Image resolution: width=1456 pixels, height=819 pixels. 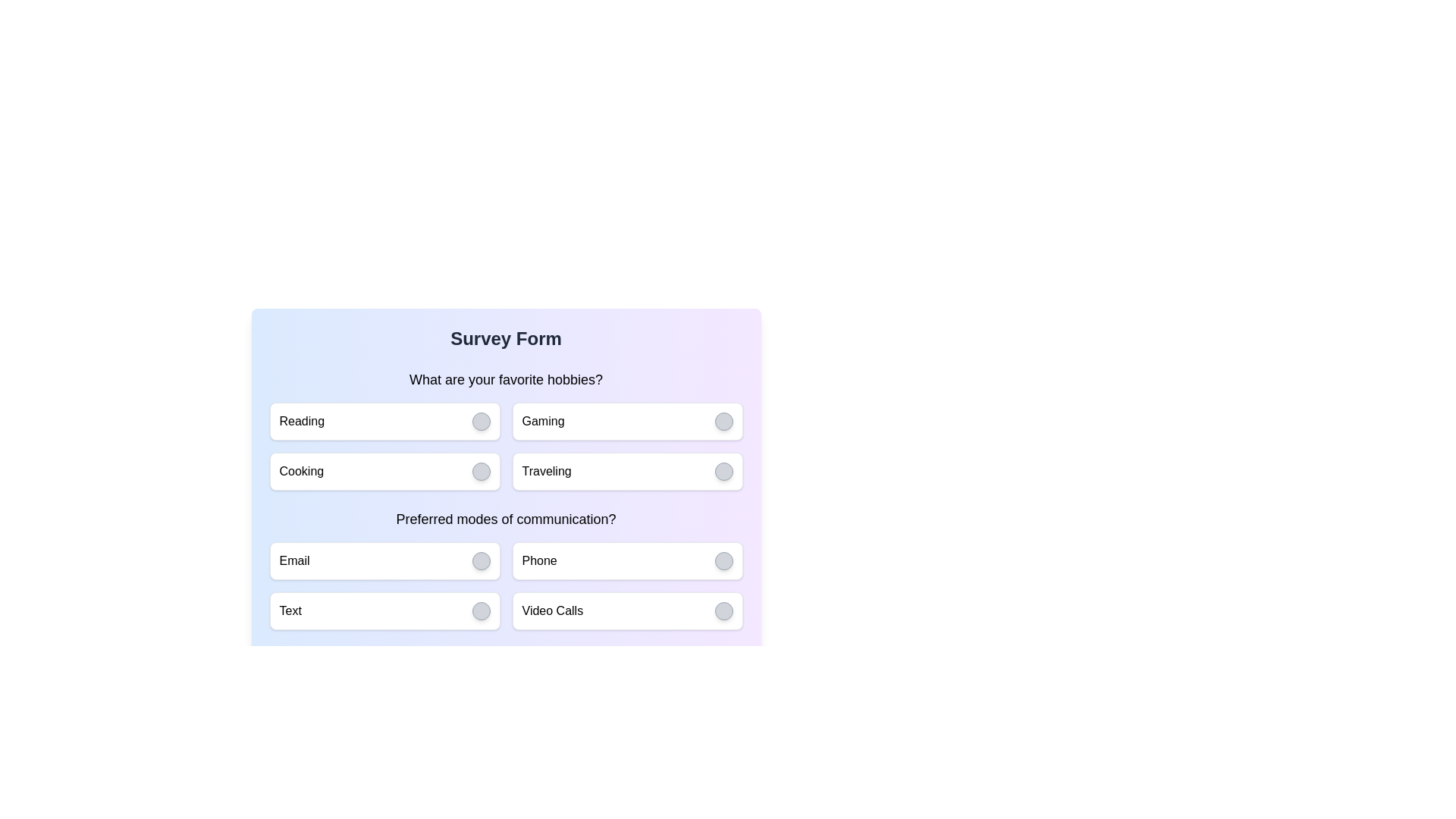 I want to click on the text label displaying 'Text' located in the bottom left of the form under 'Preferred modes of communication?', so click(x=290, y=610).